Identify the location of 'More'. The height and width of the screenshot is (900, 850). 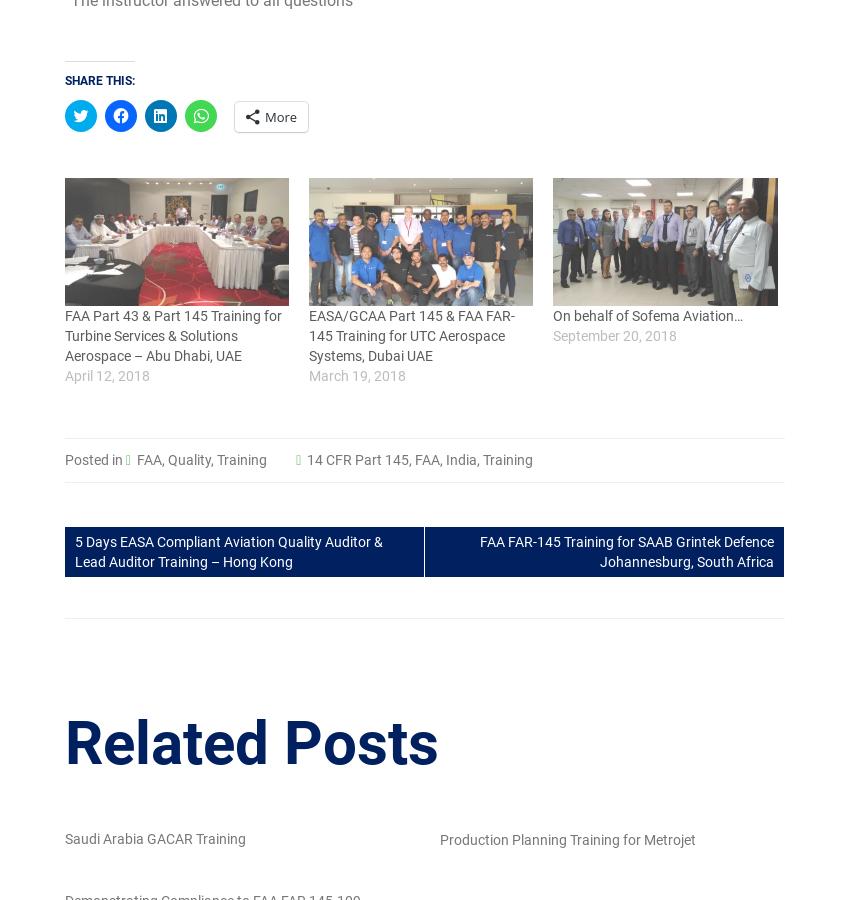
(279, 117).